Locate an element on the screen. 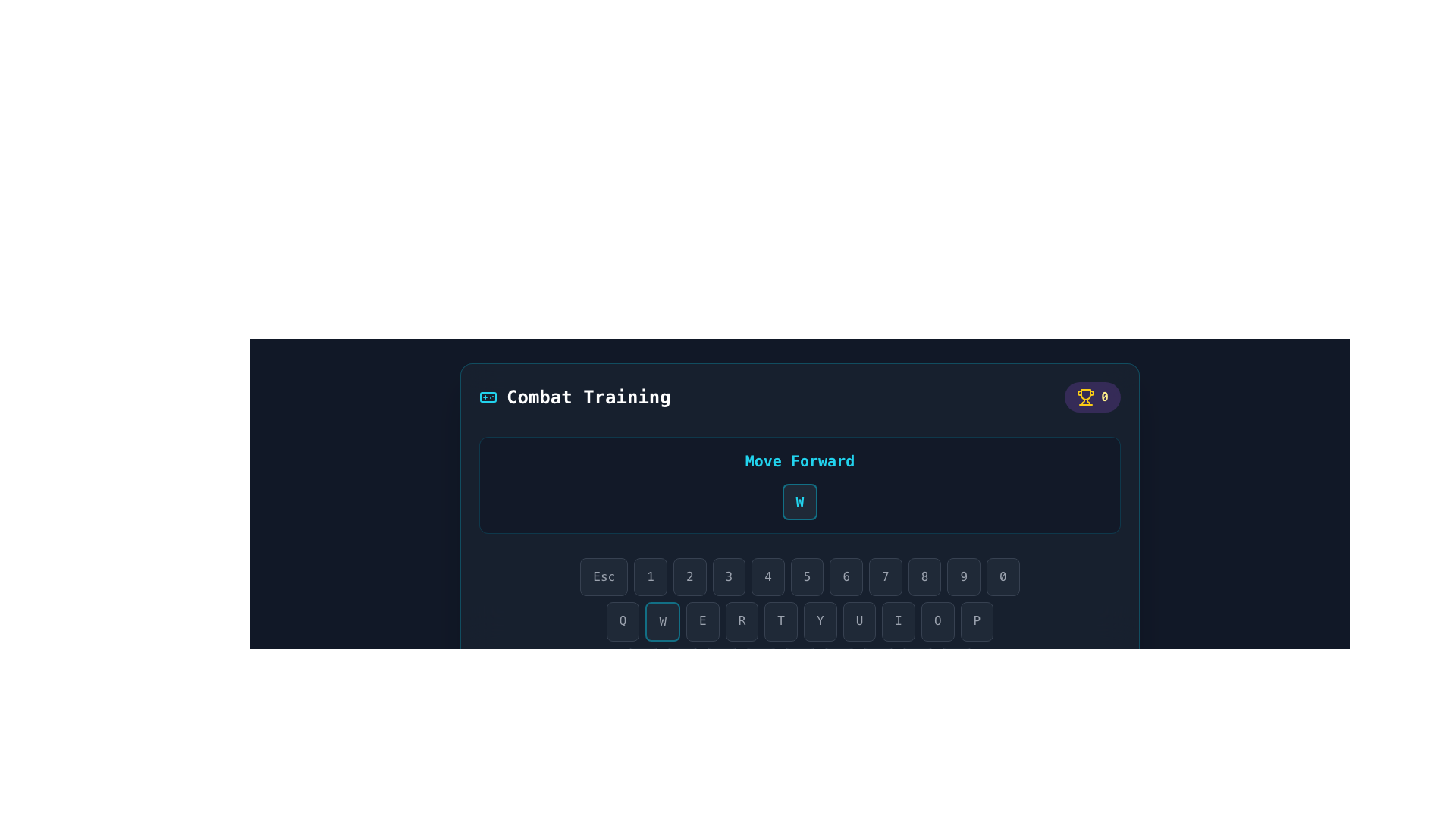  the button labeled 'Q' which is the first button in the second row of the virtual keyboard layout is located at coordinates (623, 622).